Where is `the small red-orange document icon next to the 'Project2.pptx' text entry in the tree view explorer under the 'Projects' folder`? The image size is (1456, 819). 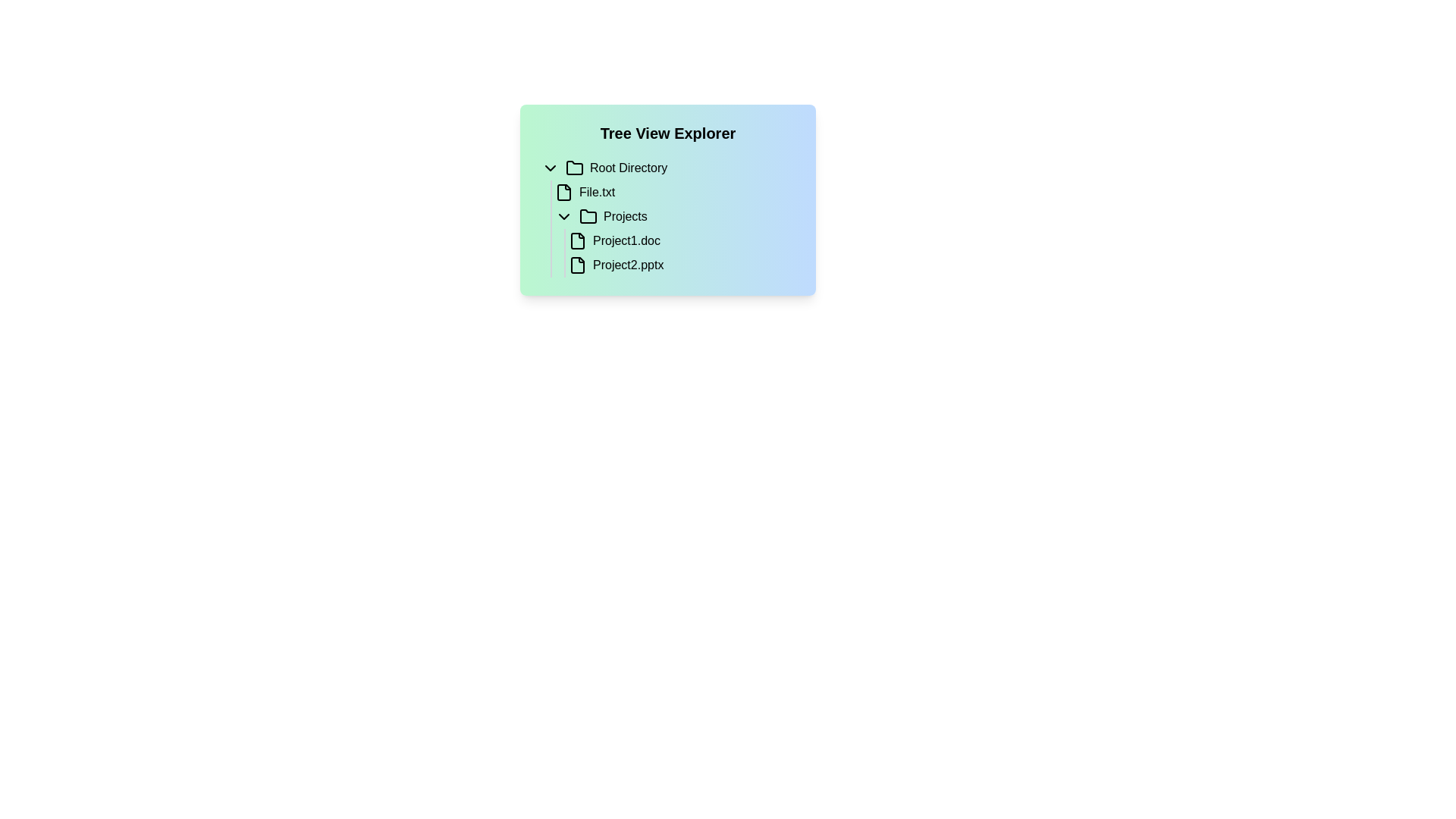 the small red-orange document icon next to the 'Project2.pptx' text entry in the tree view explorer under the 'Projects' folder is located at coordinates (577, 265).